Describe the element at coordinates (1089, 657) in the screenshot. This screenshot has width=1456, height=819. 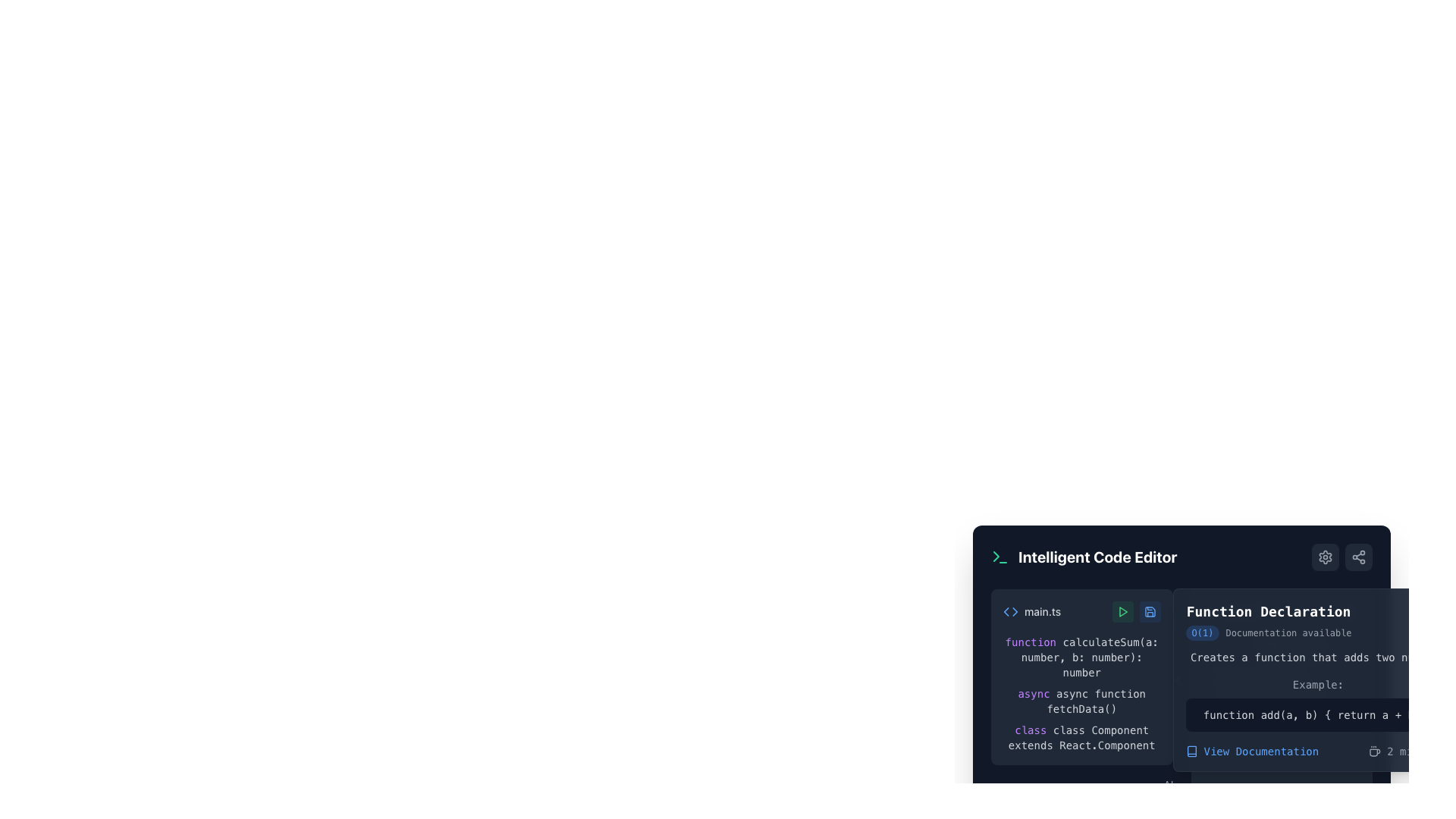
I see `the text string displaying the TypeScript function signature 'calculateSum(a: number, b: number): number' within the code editor interface, which is styled in light gray and positioned next to the purple-highlighted 'function' keyword` at that location.